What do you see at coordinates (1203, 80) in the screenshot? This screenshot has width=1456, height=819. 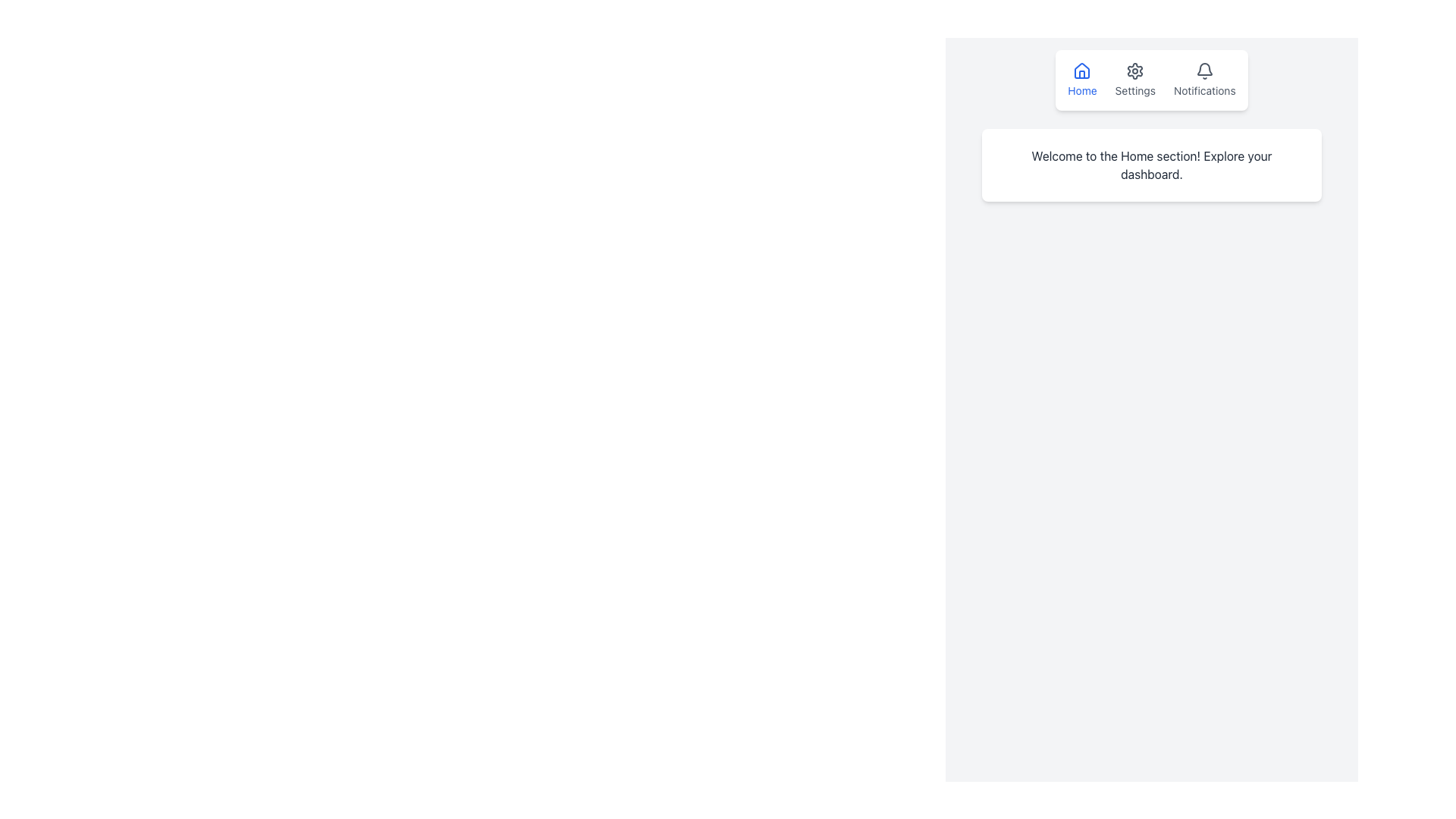 I see `the 'Notifications' navigation button, which features a bell icon and the text 'Notifications' beneath it, located at the far-right of the navigation bar` at bounding box center [1203, 80].